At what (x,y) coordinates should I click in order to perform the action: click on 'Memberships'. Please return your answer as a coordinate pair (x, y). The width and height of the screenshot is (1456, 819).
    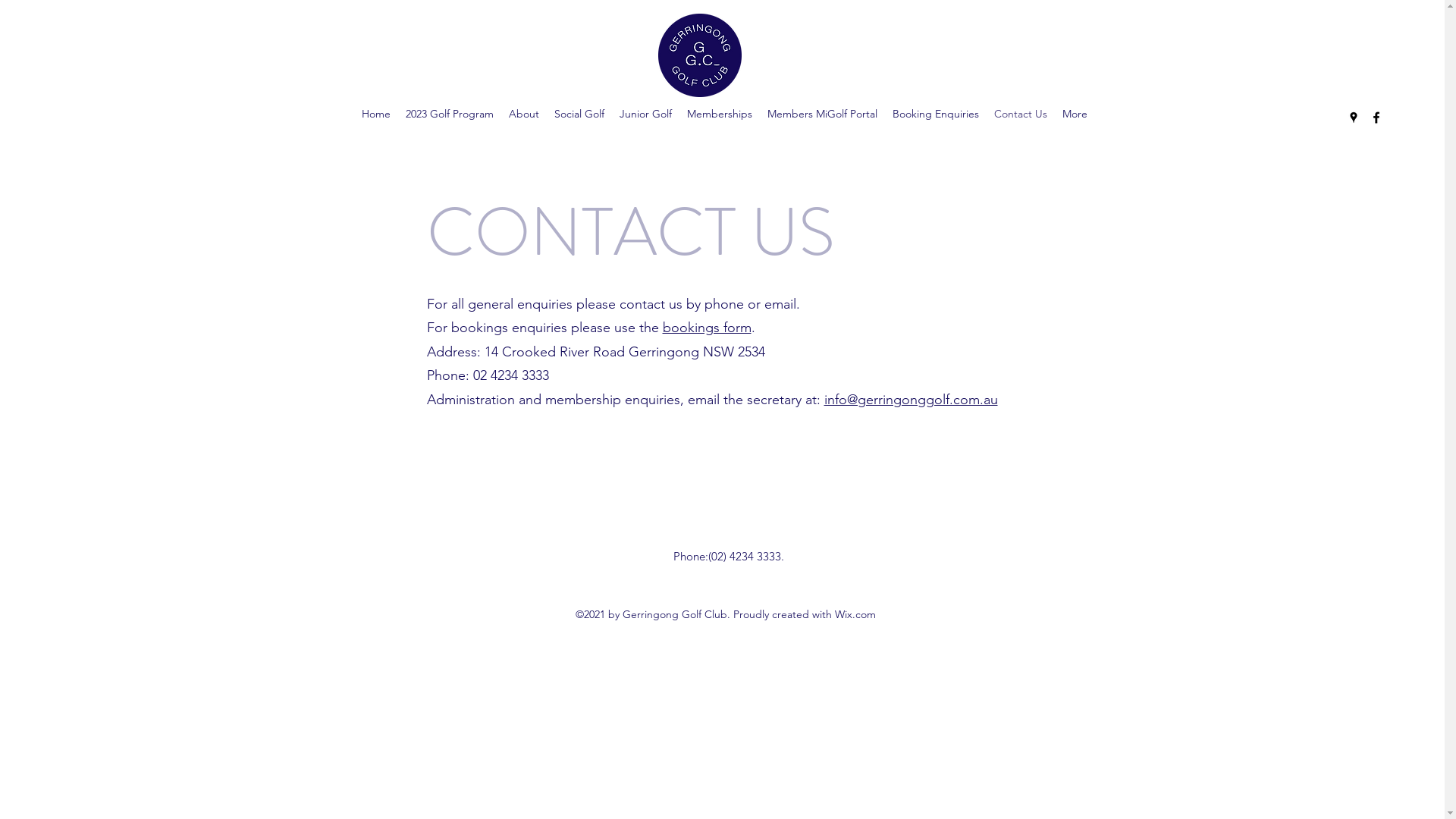
    Looking at the image, I should click on (719, 113).